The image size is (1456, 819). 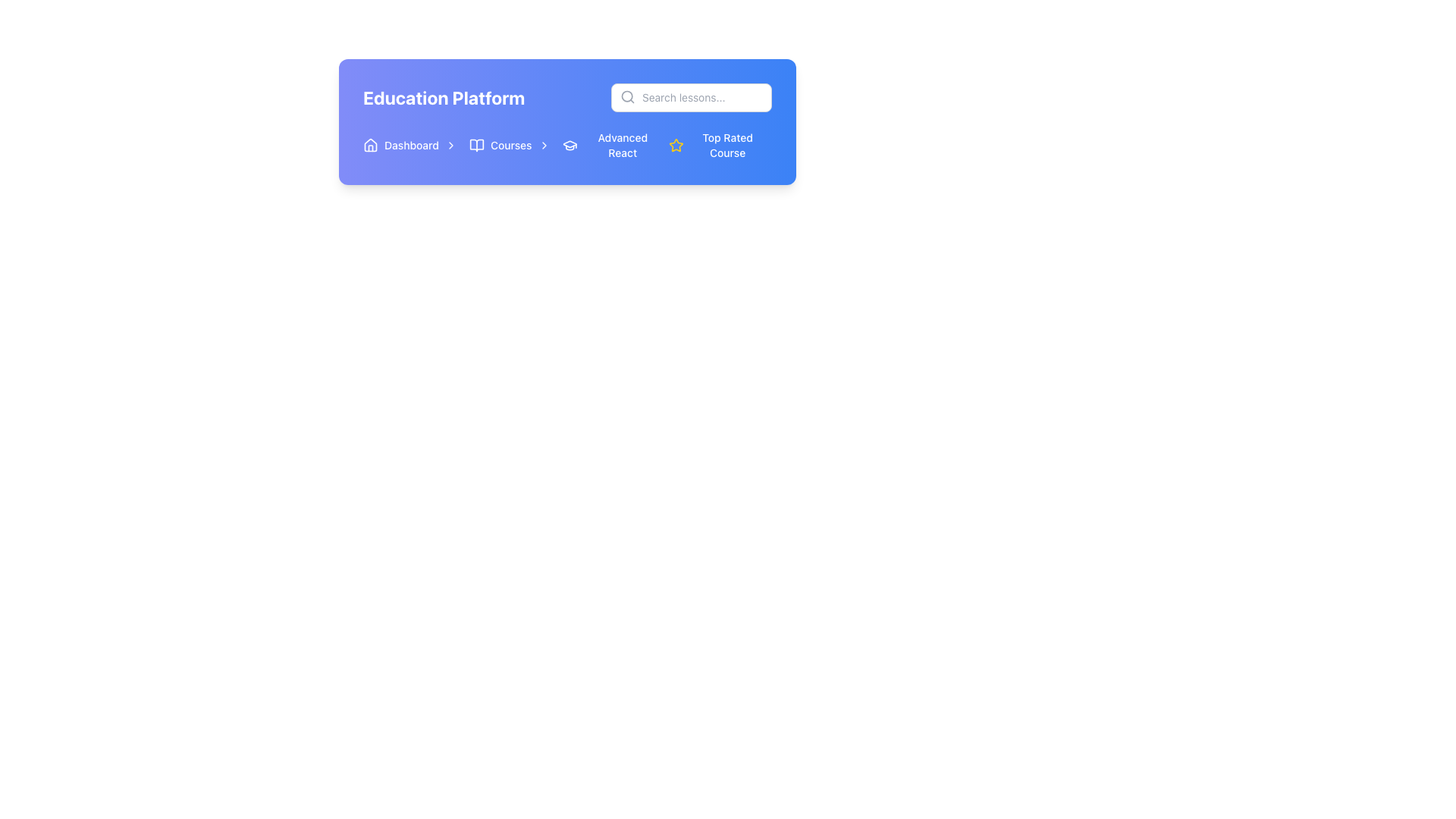 I want to click on the 'Courses' navigation link, which features an open book icon on the left, white text, and a right-pointing arrow, located centrally in a horizontal navigation bar, so click(x=510, y=146).